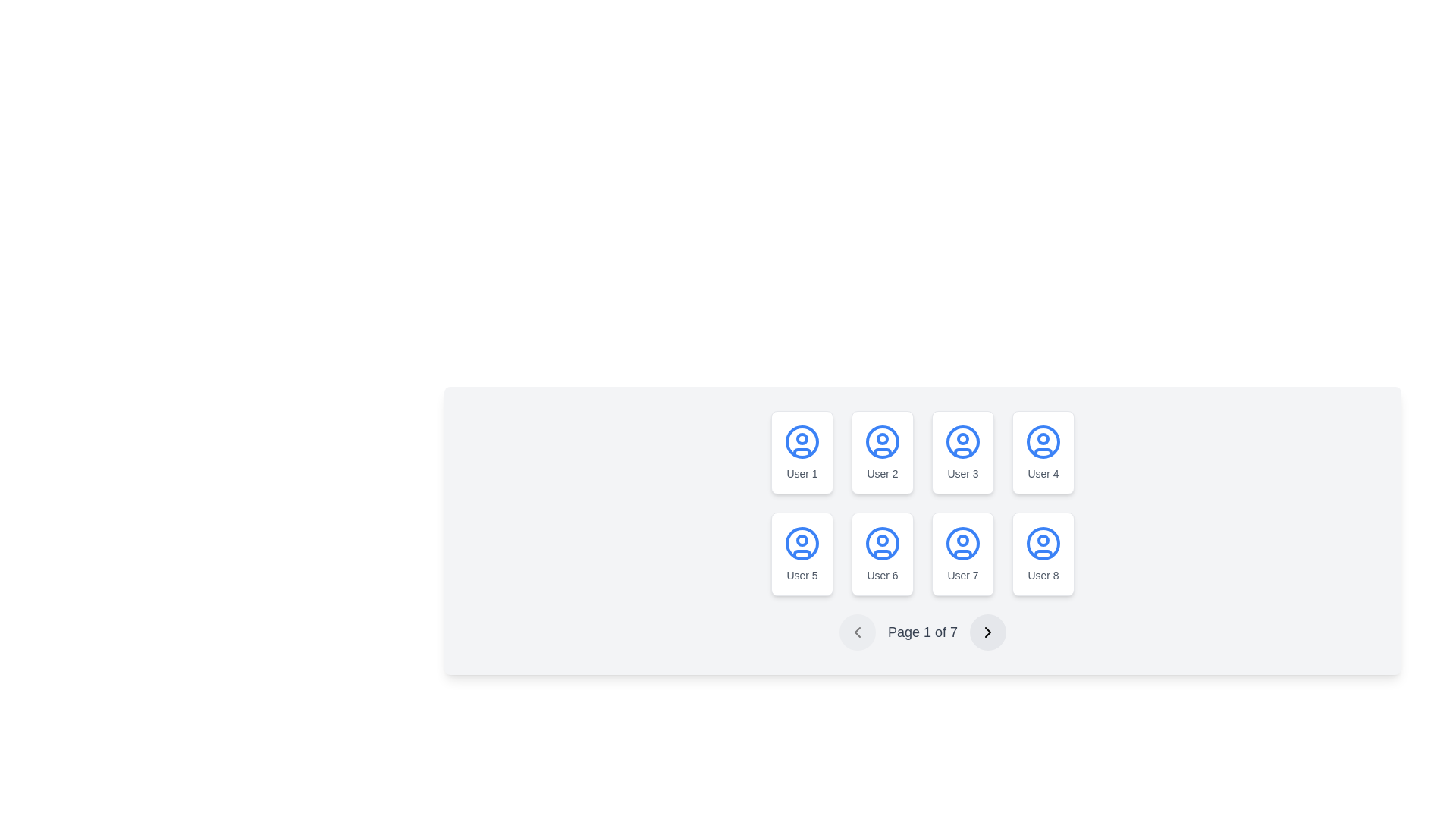 This screenshot has height=819, width=1456. Describe the element at coordinates (857, 632) in the screenshot. I see `the disabled pagination button located at the bottom section of the page, to the left of the text label 'Page 1 of 7'` at that location.